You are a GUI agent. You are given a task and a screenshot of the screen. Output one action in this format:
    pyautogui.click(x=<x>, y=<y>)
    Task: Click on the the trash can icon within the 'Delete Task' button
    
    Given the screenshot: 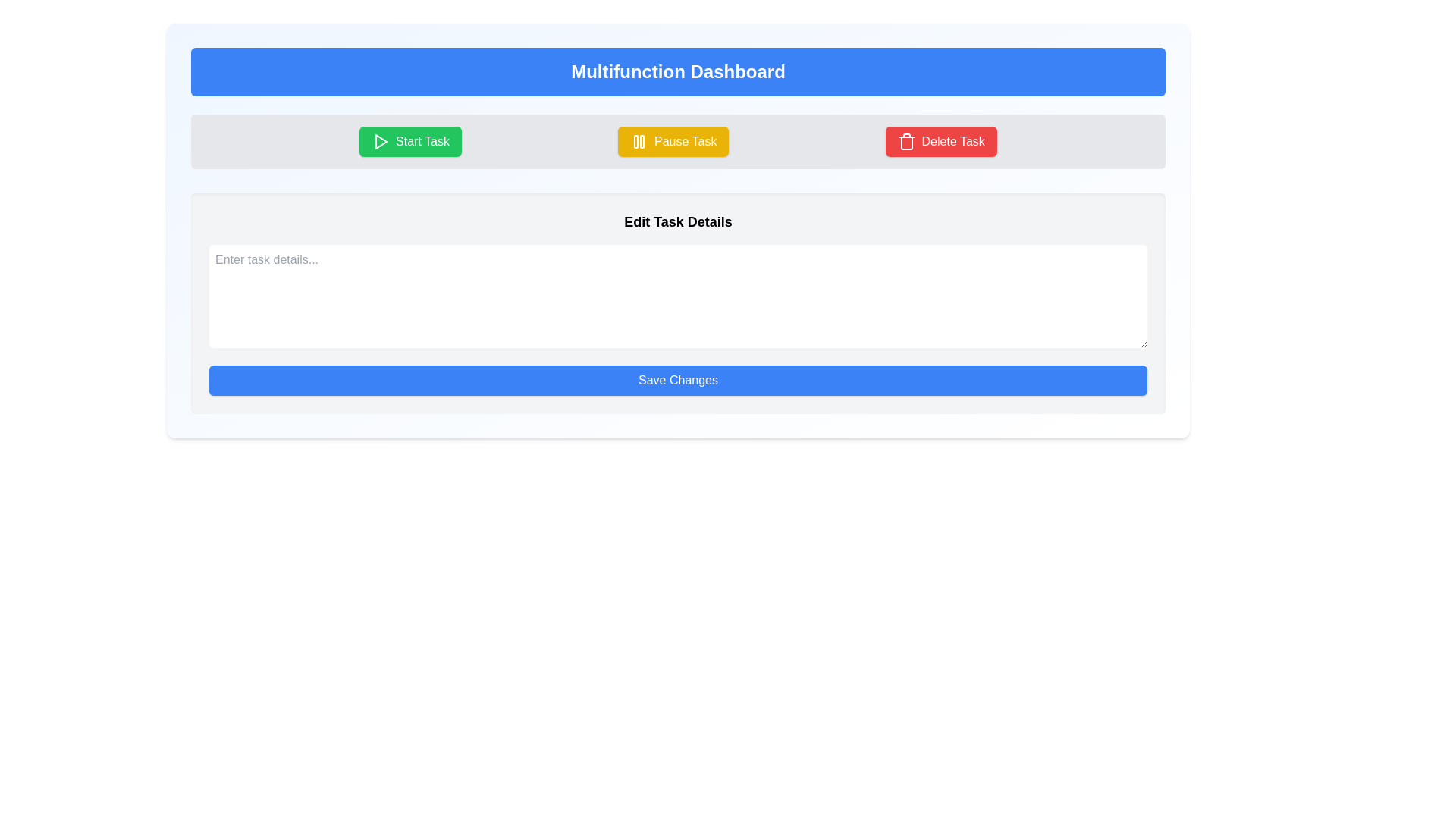 What is the action you would take?
    pyautogui.click(x=906, y=141)
    